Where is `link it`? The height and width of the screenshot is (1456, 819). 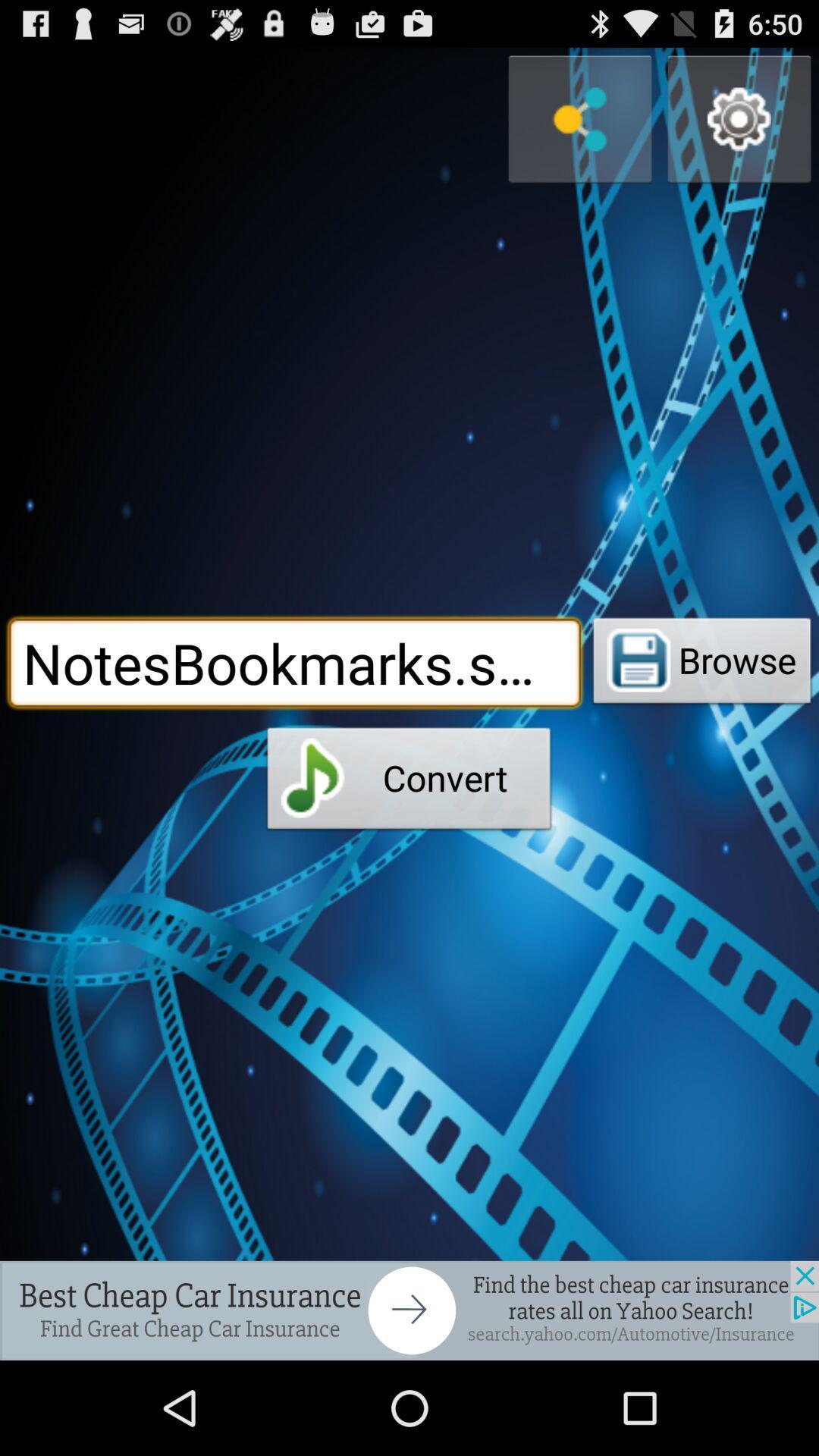
link it is located at coordinates (579, 118).